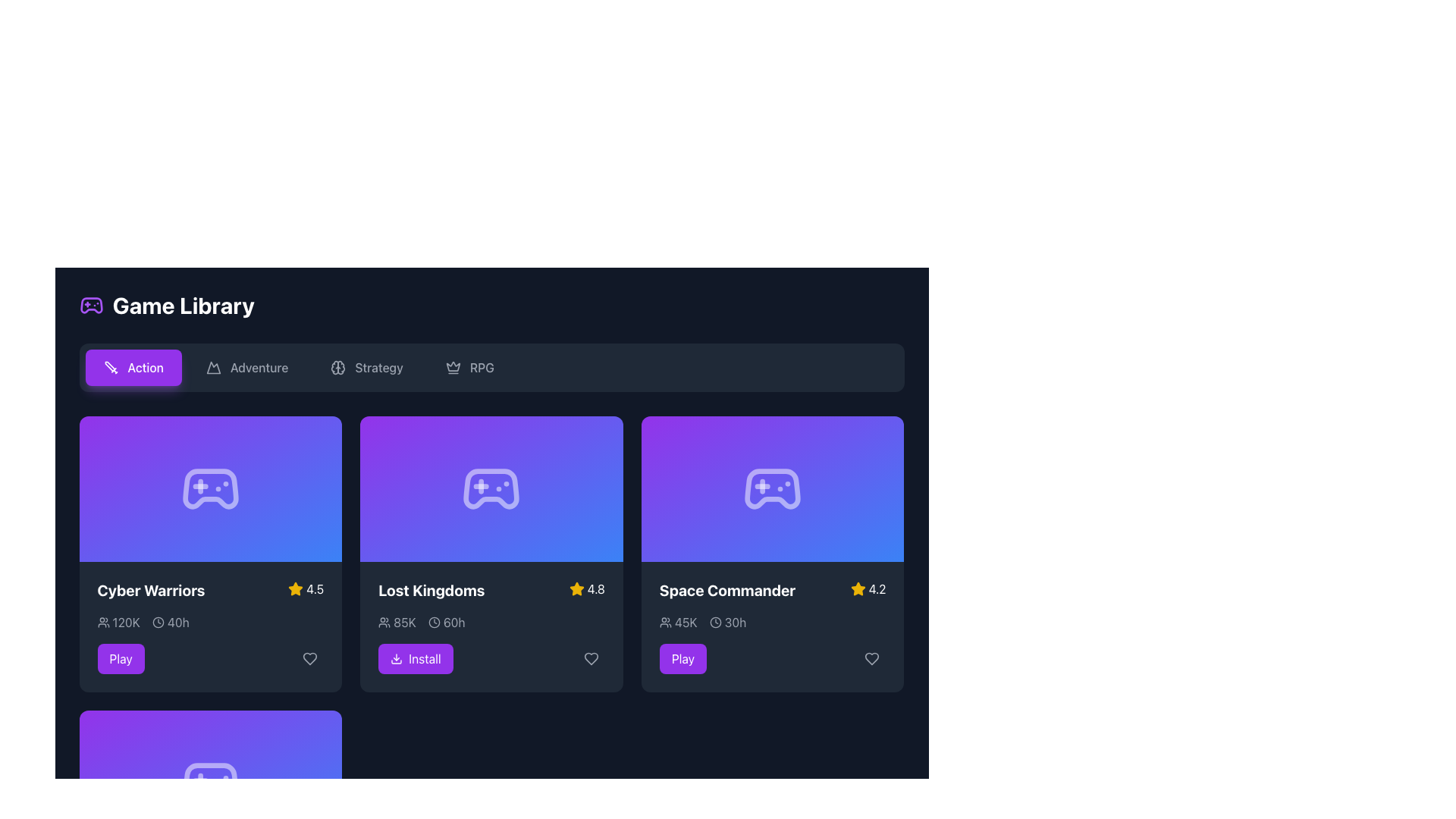 This screenshot has height=819, width=1456. Describe the element at coordinates (735, 623) in the screenshot. I see `the text label indicating the estimated or logged time duration for the game 'Space Commander', which is located above the purple 'Play' button and adjacent to the clock icon` at that location.